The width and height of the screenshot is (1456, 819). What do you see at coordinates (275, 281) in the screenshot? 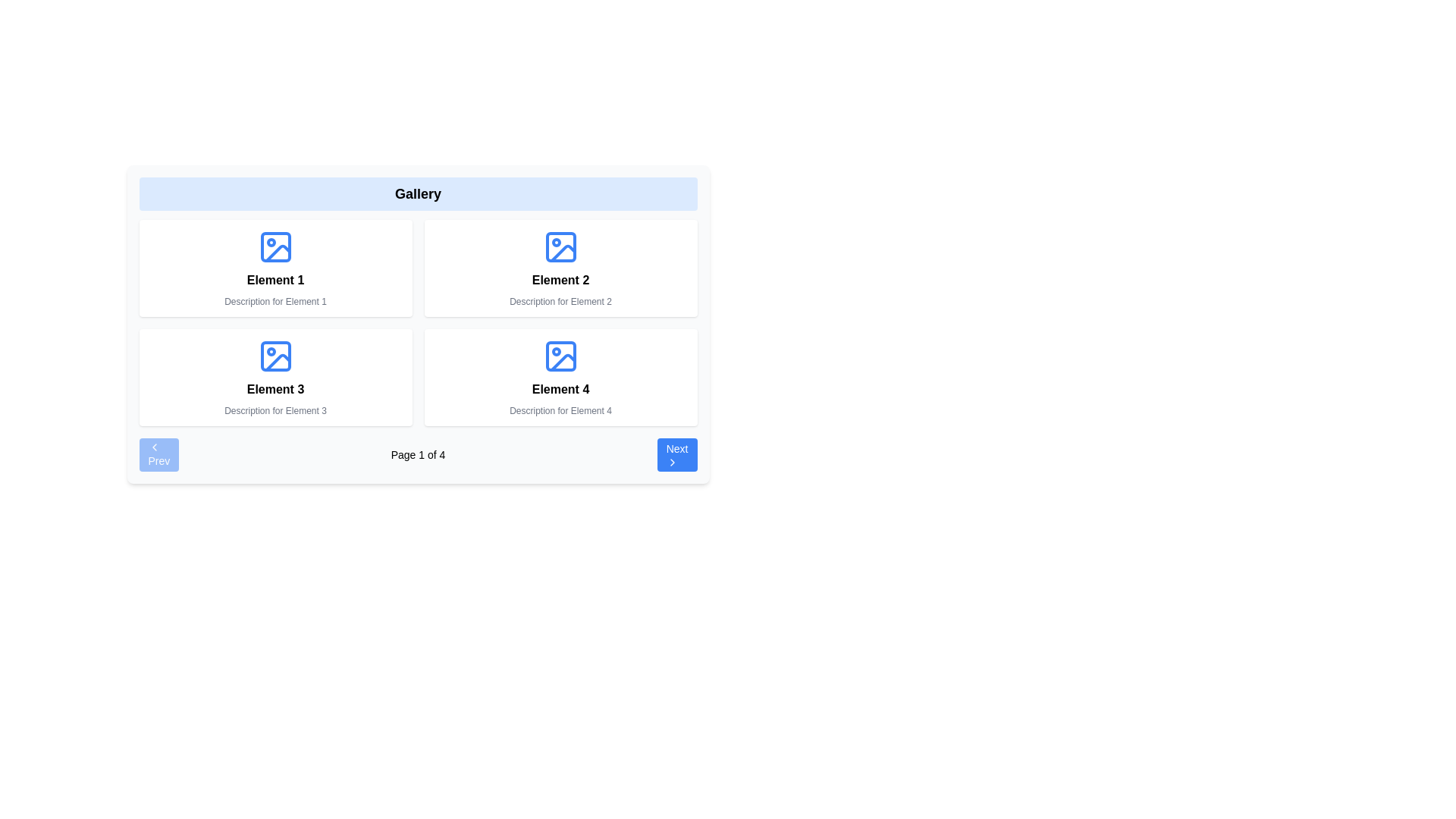
I see `text label displaying 'Element 1' located in the top-left section of the card component` at bounding box center [275, 281].